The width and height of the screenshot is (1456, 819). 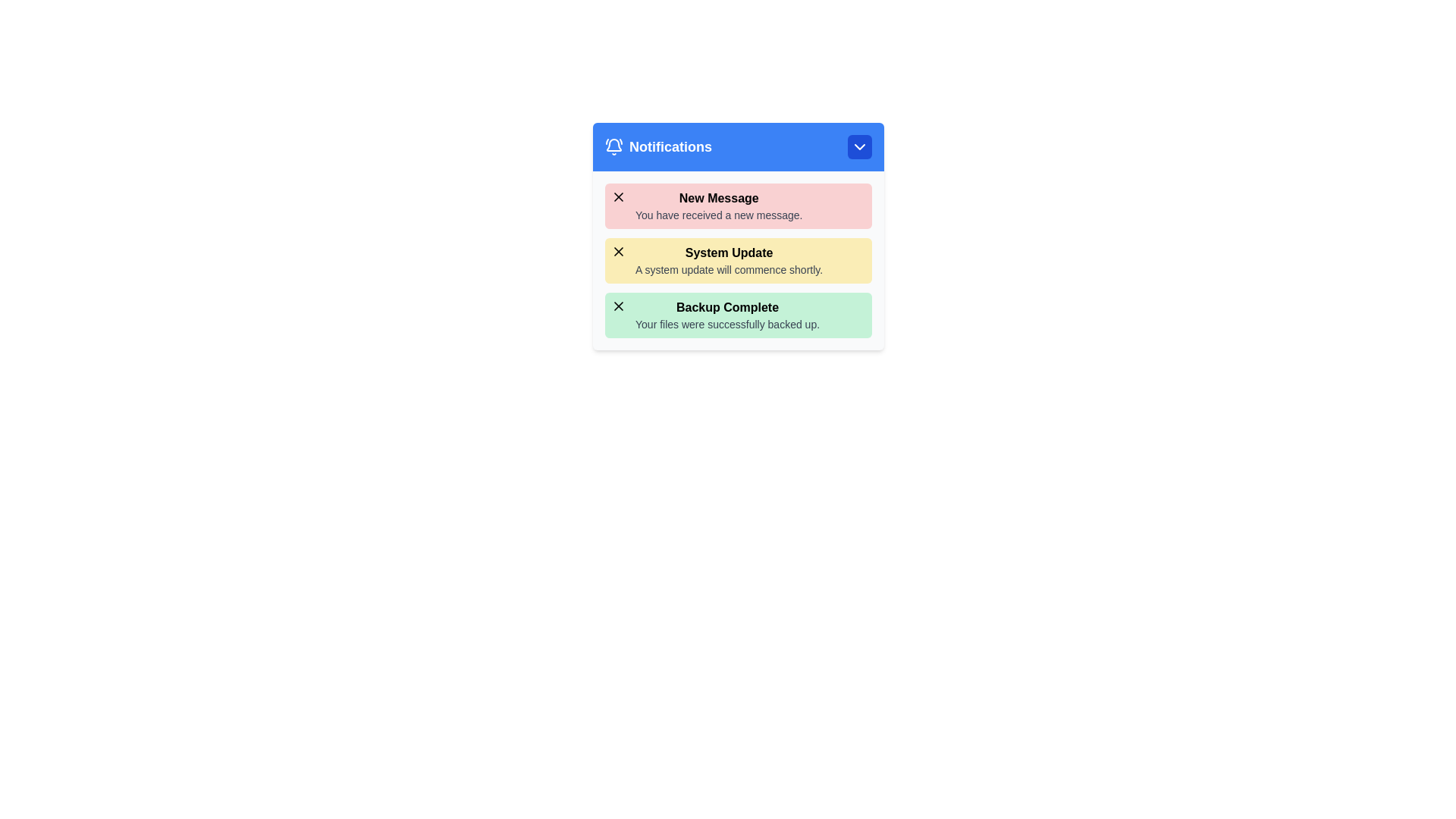 I want to click on the text label displaying the notification message under the 'New Message' header in the notification dropdown, so click(x=718, y=215).